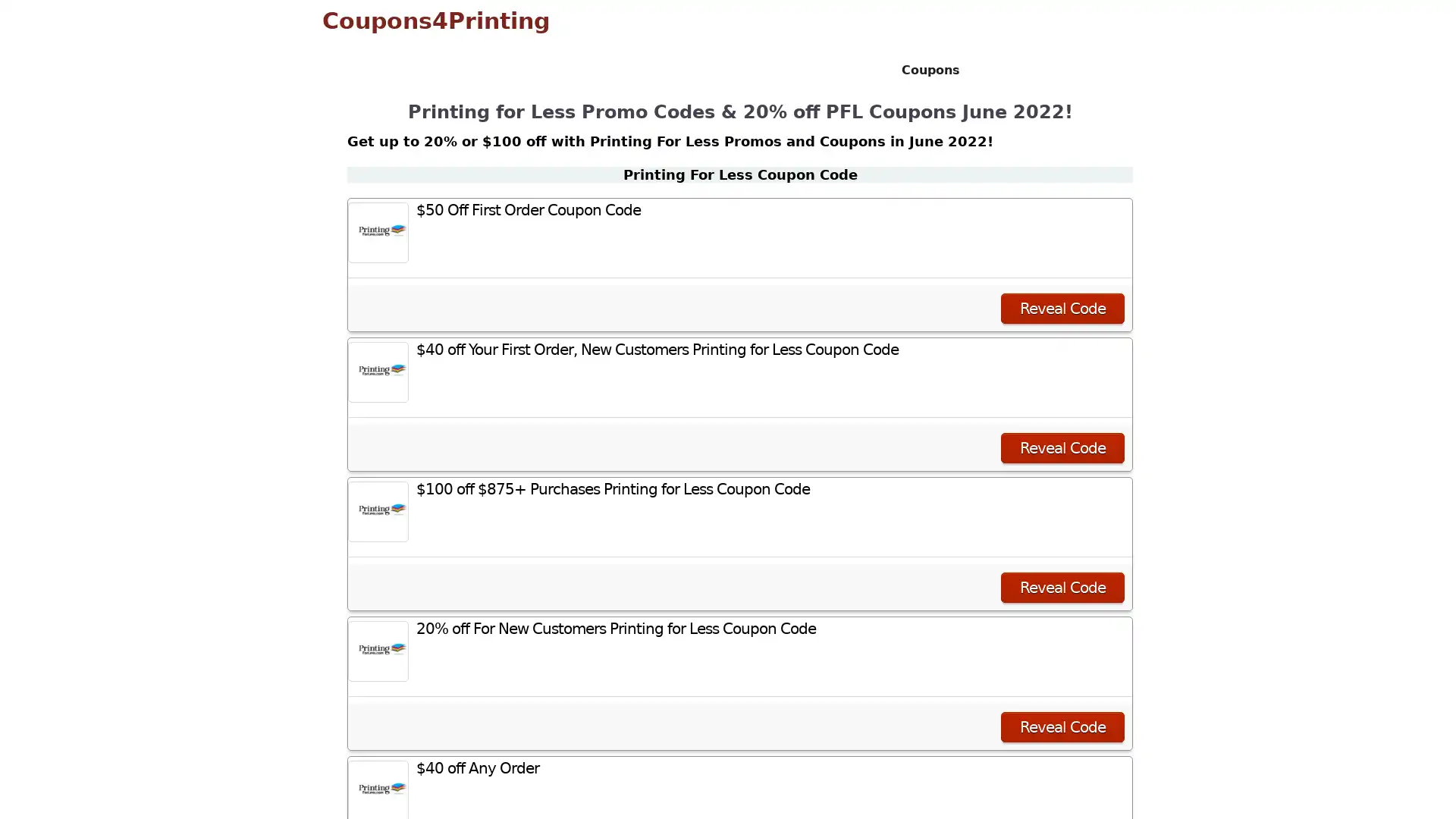  Describe the element at coordinates (1062, 587) in the screenshot. I see `Reveal Code` at that location.